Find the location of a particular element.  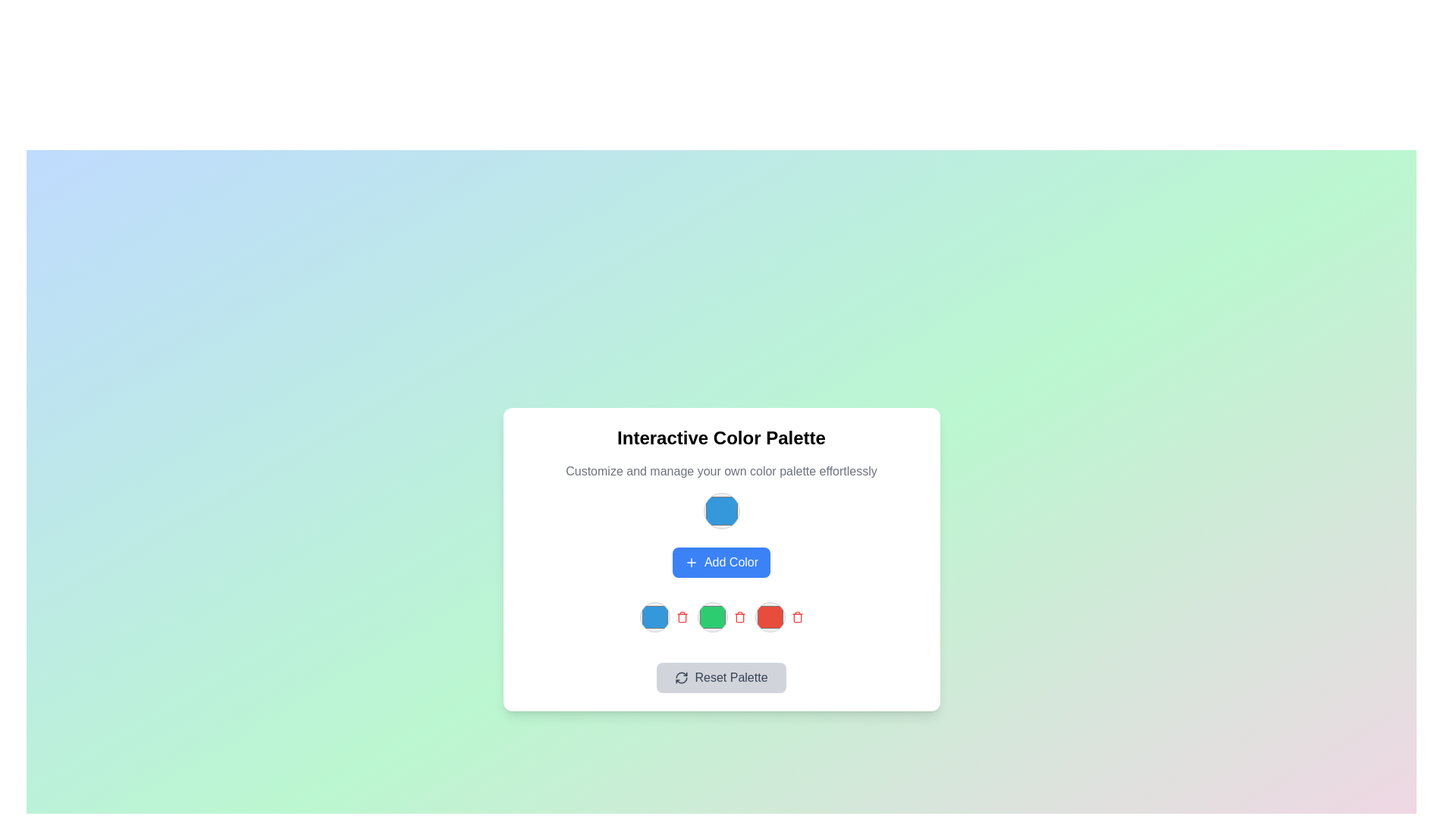

the middle part of the trash bin icon, which represents the delete or remove functionality is located at coordinates (796, 618).